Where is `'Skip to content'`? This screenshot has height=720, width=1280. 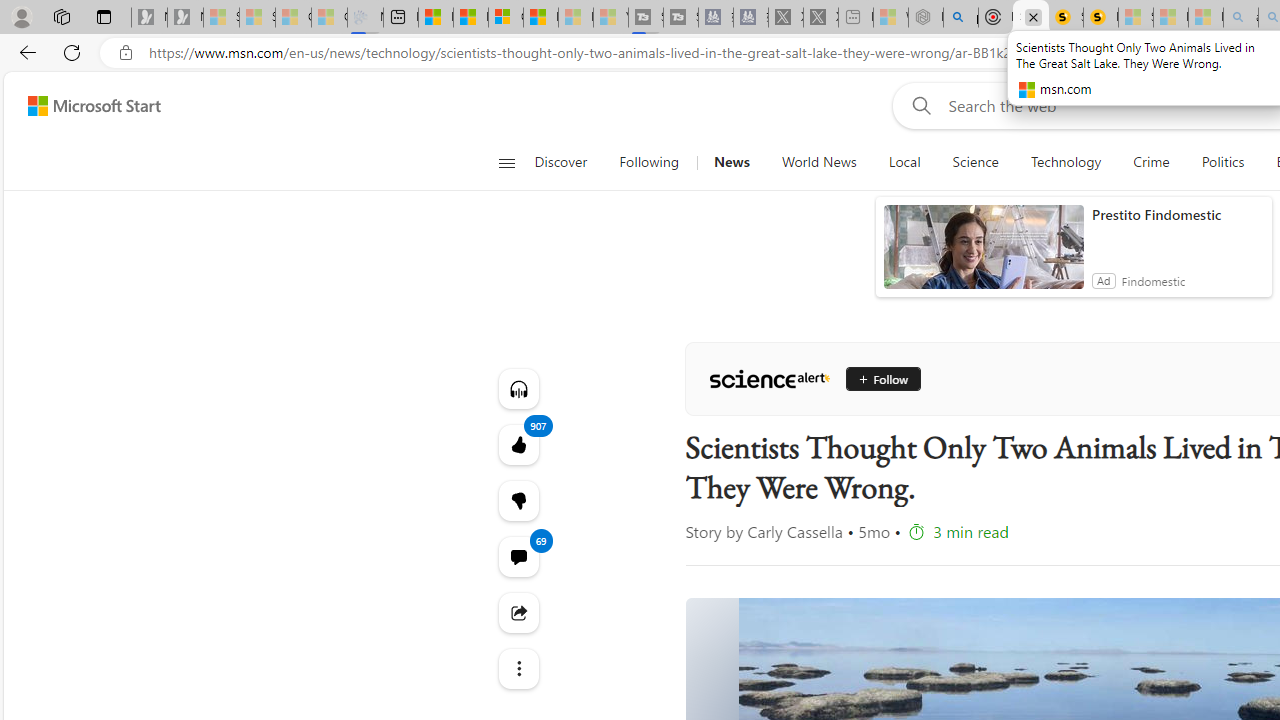 'Skip to content' is located at coordinates (86, 105).